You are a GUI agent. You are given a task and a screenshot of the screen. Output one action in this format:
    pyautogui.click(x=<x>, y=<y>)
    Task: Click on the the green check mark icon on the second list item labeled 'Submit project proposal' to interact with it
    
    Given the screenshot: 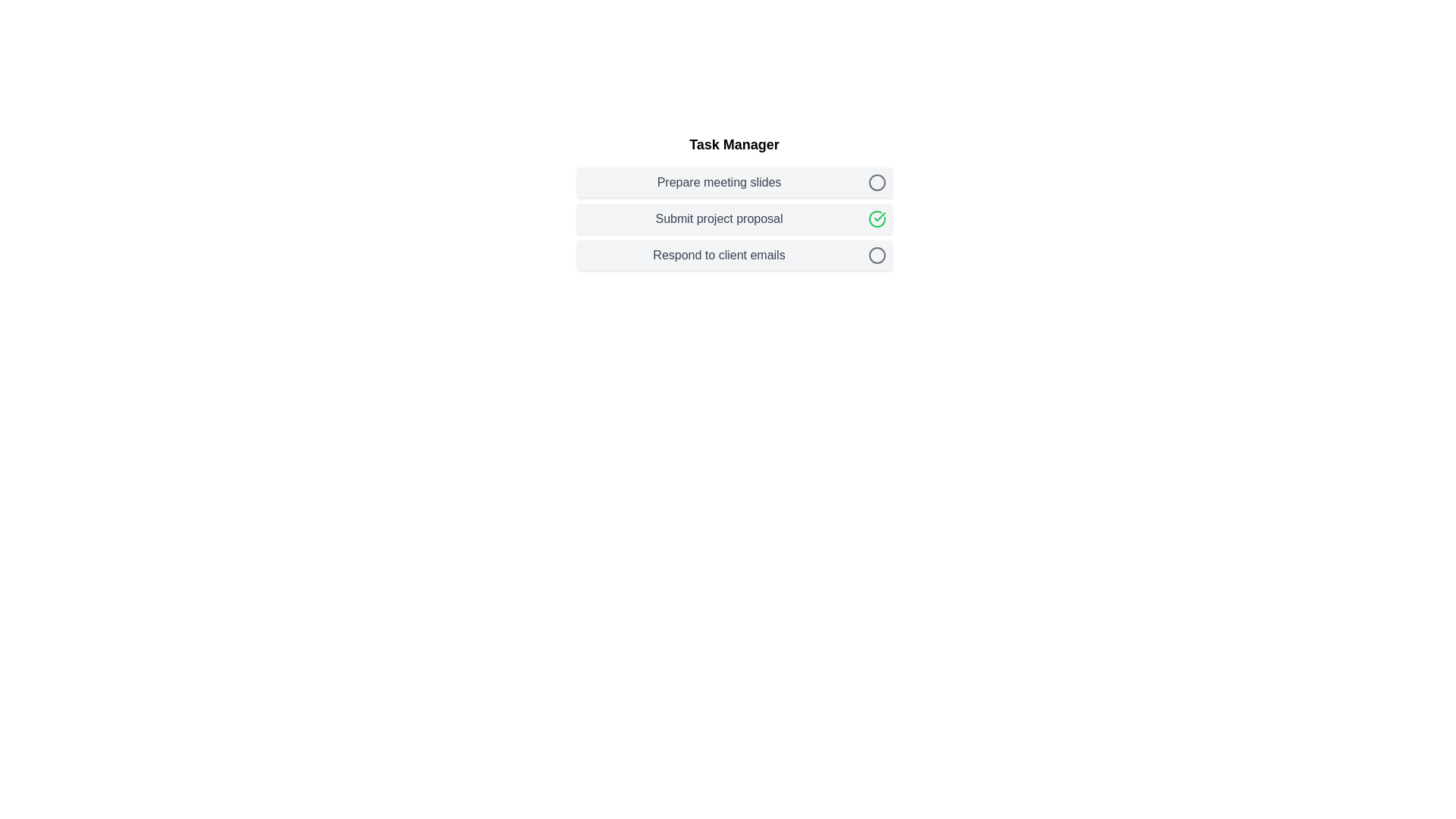 What is the action you would take?
    pyautogui.click(x=734, y=219)
    